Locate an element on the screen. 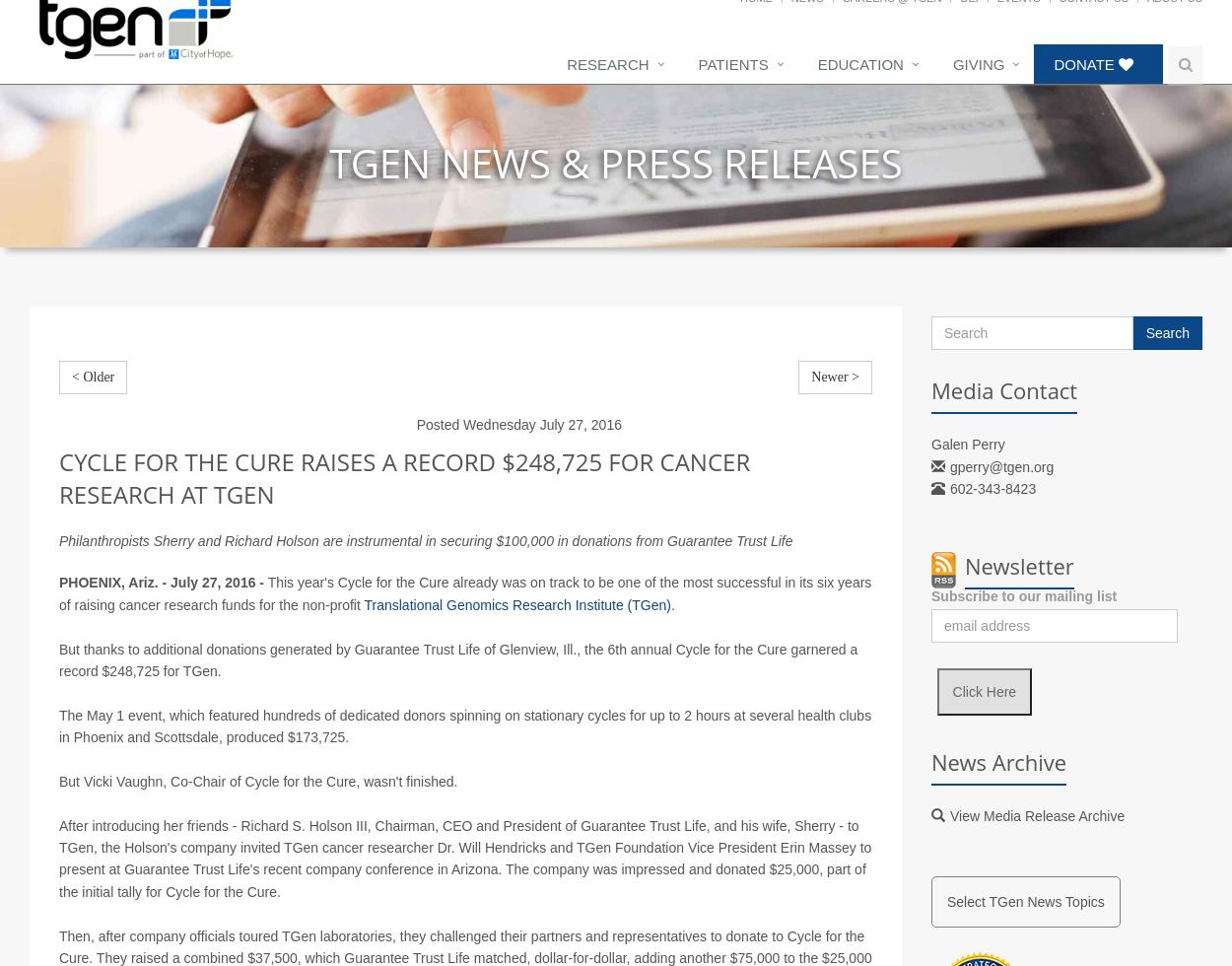 The height and width of the screenshot is (966, 1232). 'Education' is located at coordinates (858, 86).